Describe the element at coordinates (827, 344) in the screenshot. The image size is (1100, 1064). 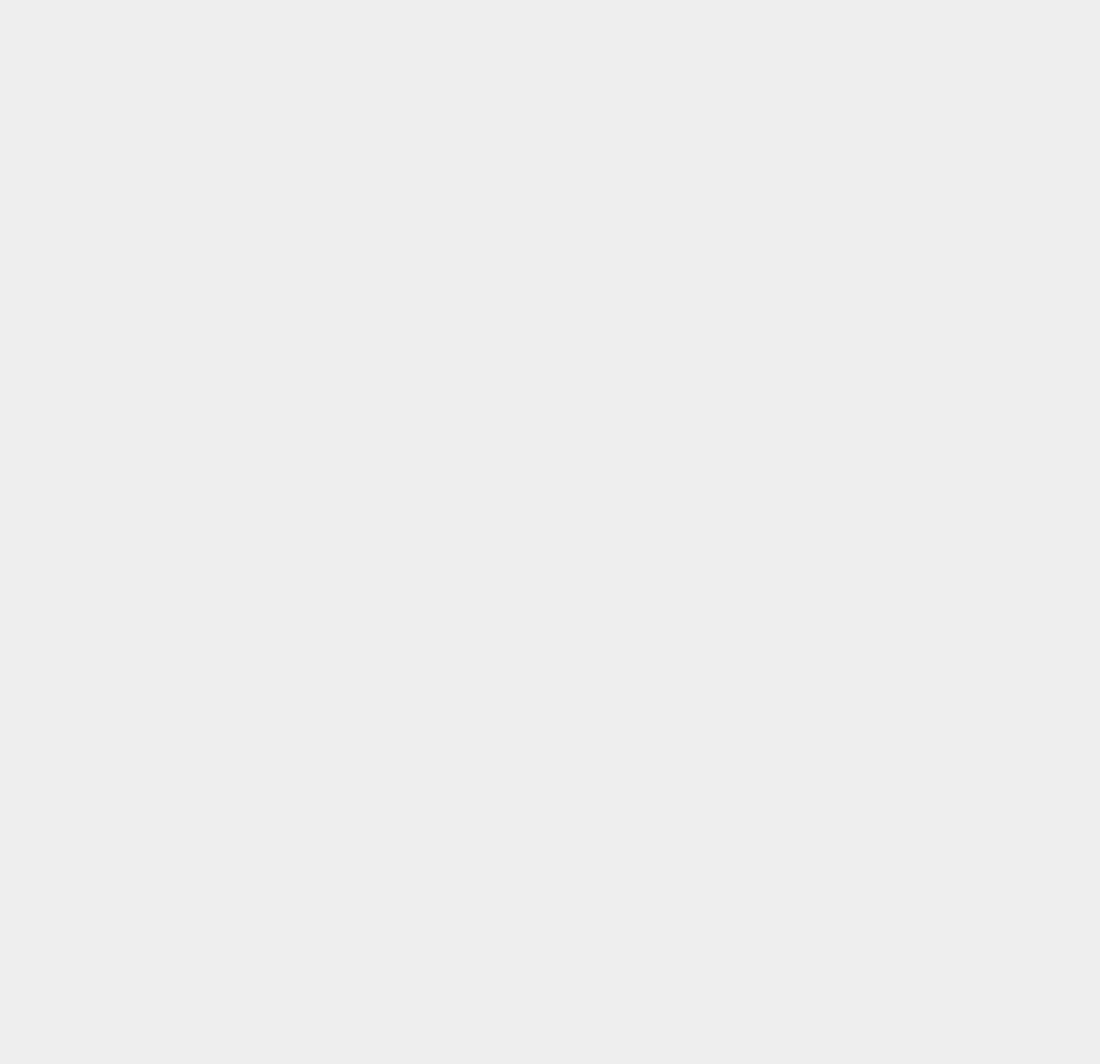
I see `'Video Marketing'` at that location.